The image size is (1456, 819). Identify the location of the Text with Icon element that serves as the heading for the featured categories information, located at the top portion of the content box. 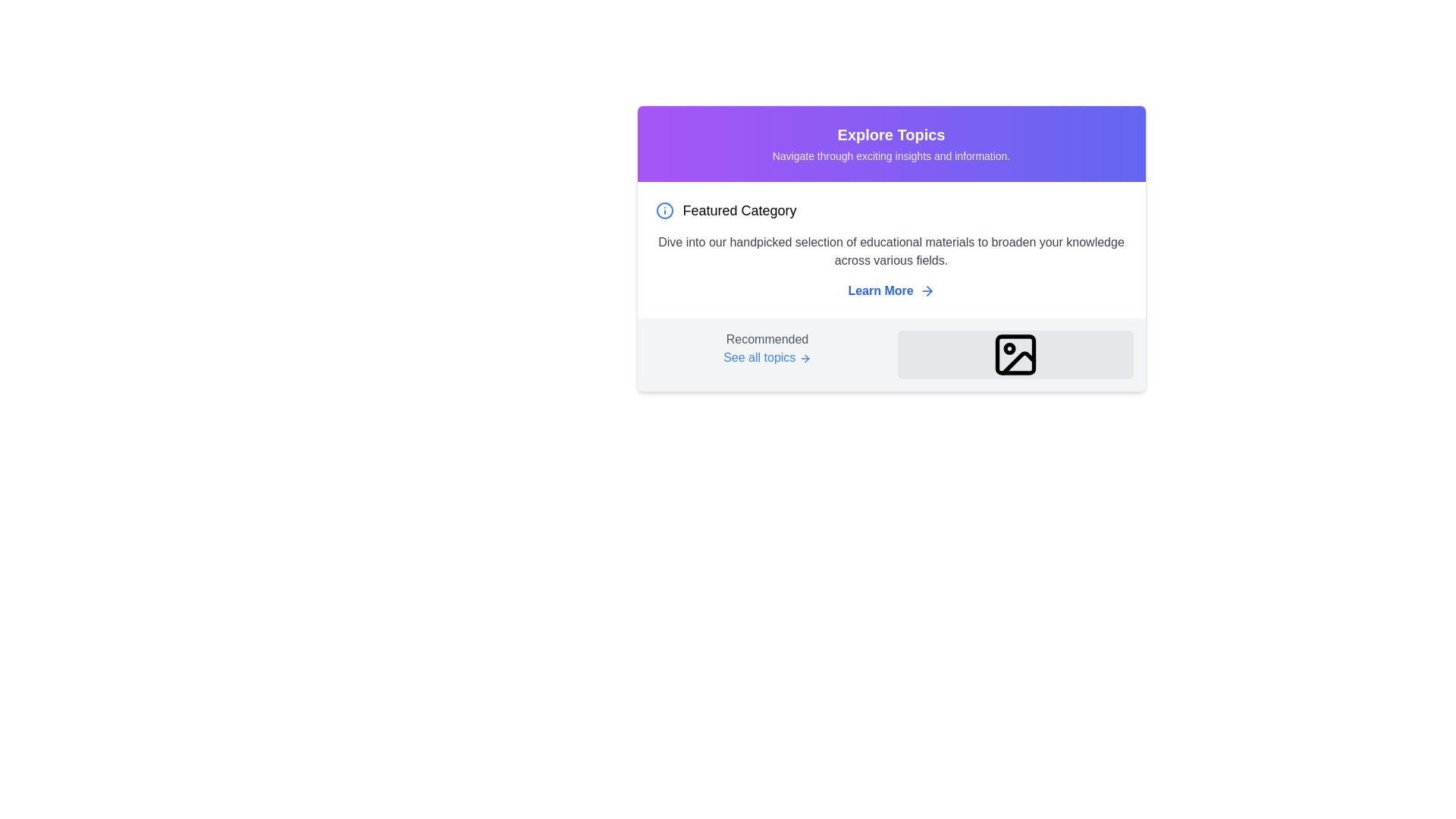
(891, 210).